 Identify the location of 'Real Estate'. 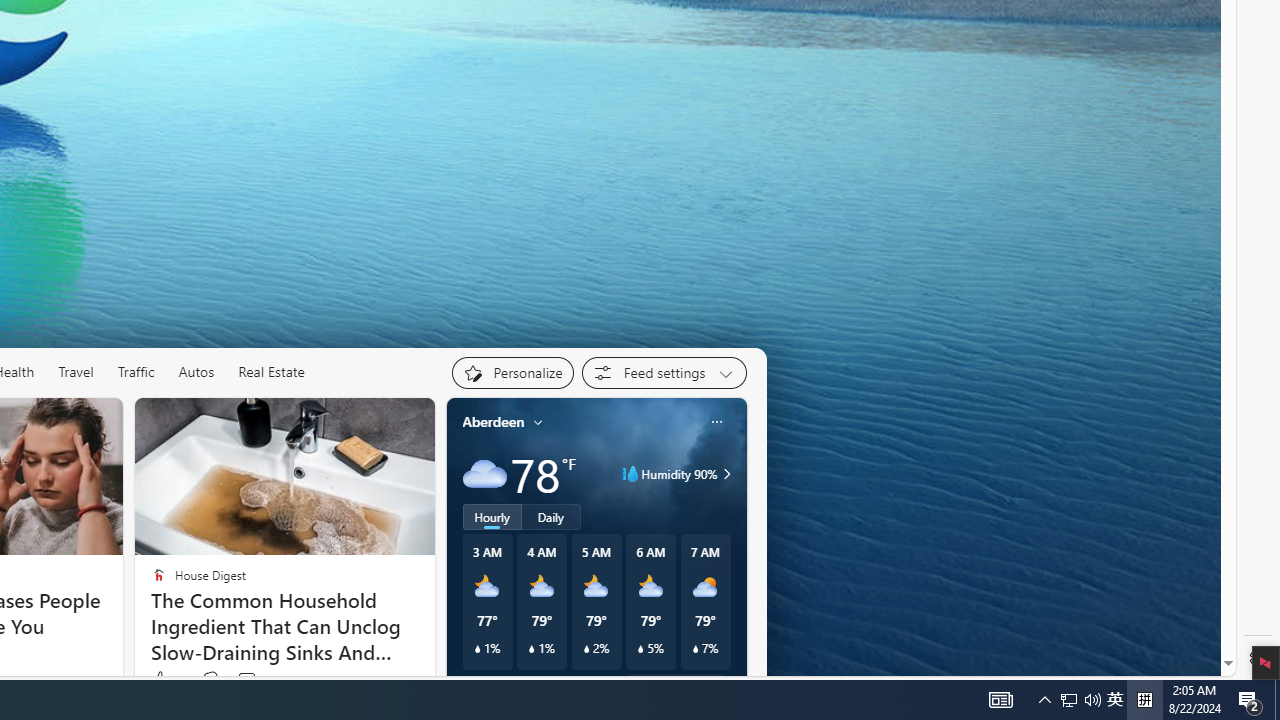
(270, 371).